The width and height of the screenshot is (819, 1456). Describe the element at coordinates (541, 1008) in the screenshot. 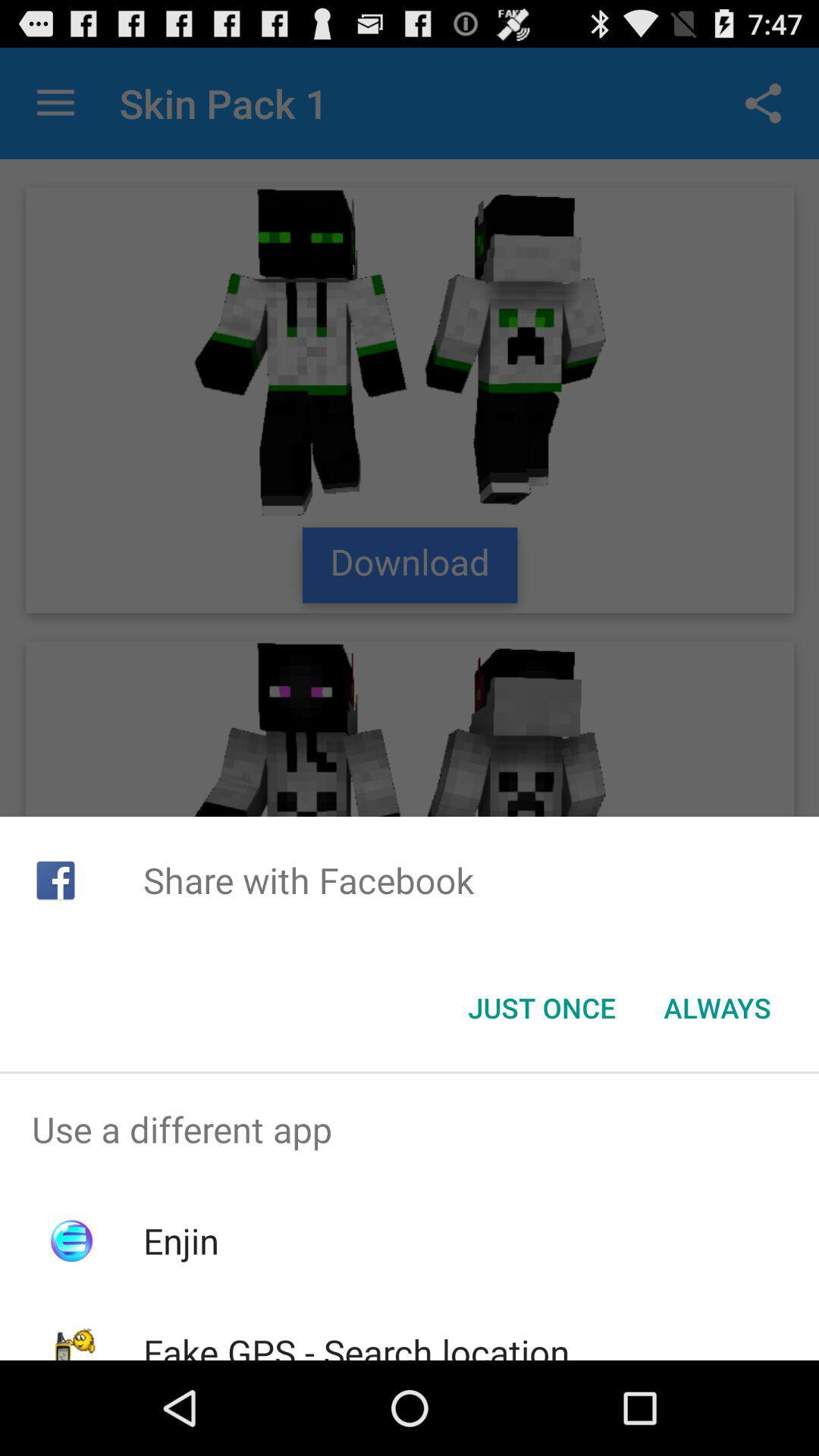

I see `the icon below share with facebook icon` at that location.